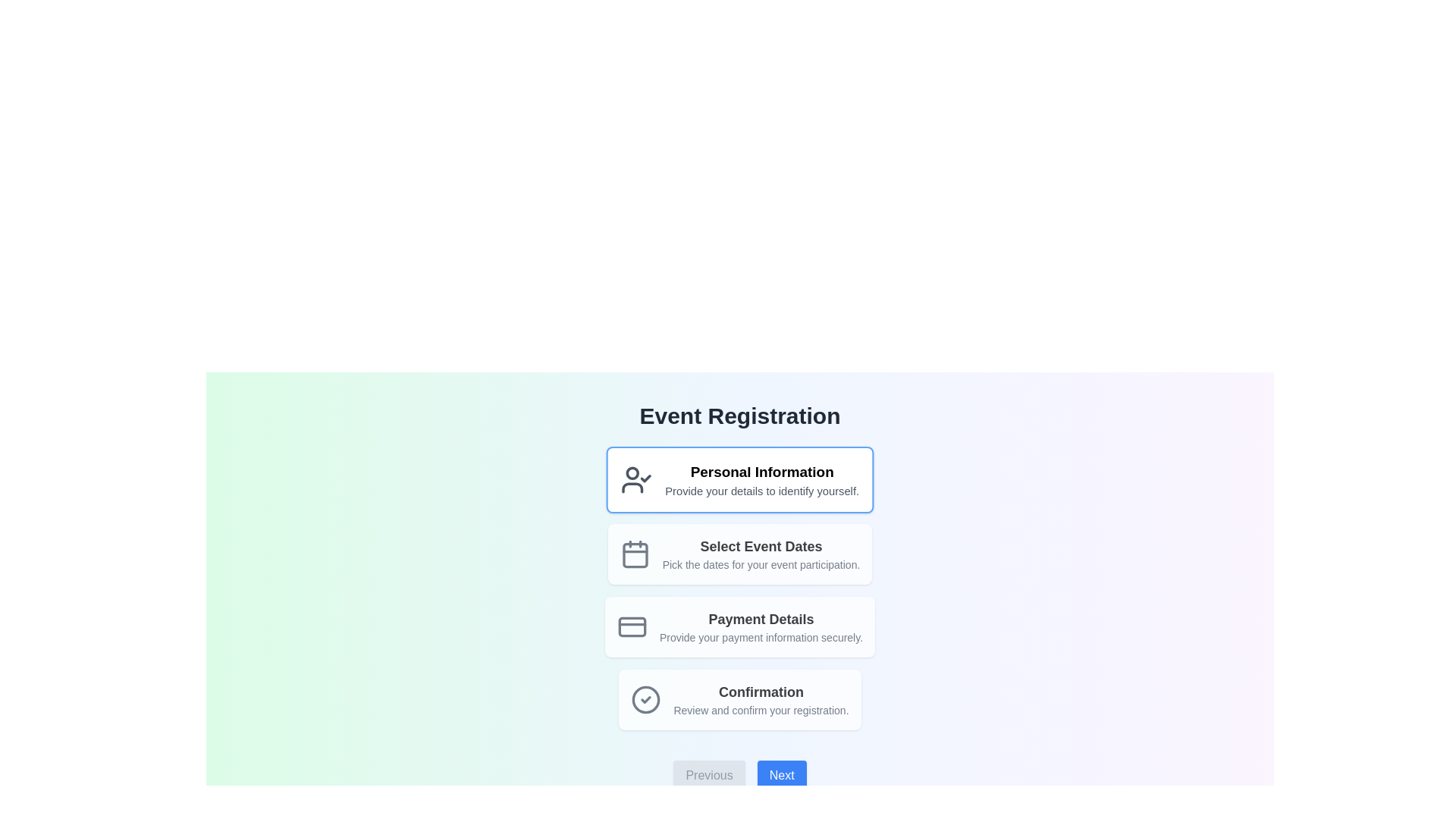  I want to click on the Text Label that serves as a section title for the form, positioned centrally above the descriptive text 'Provide your details to identify yourself.', so click(762, 471).